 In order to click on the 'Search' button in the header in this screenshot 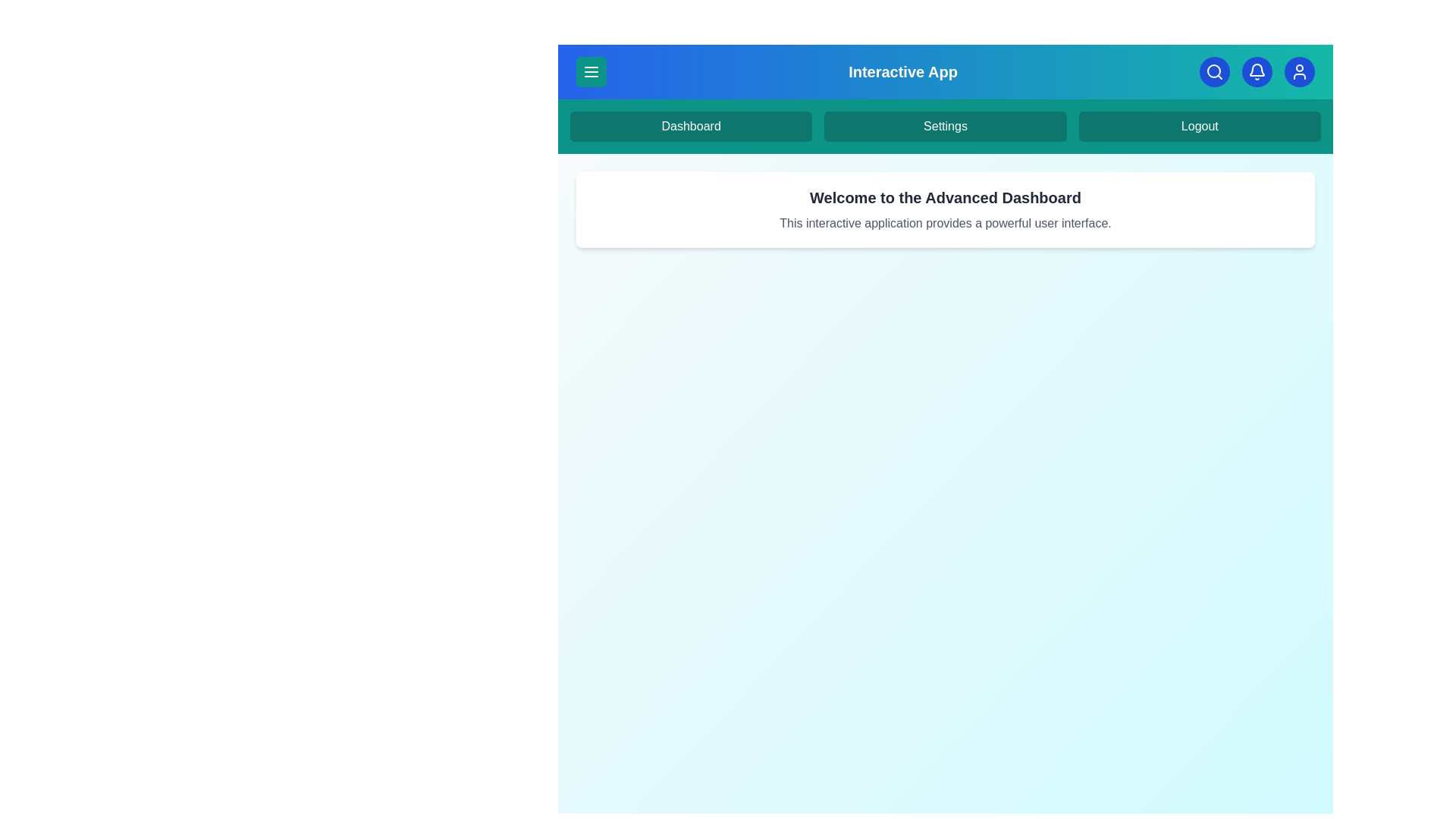, I will do `click(1215, 72)`.